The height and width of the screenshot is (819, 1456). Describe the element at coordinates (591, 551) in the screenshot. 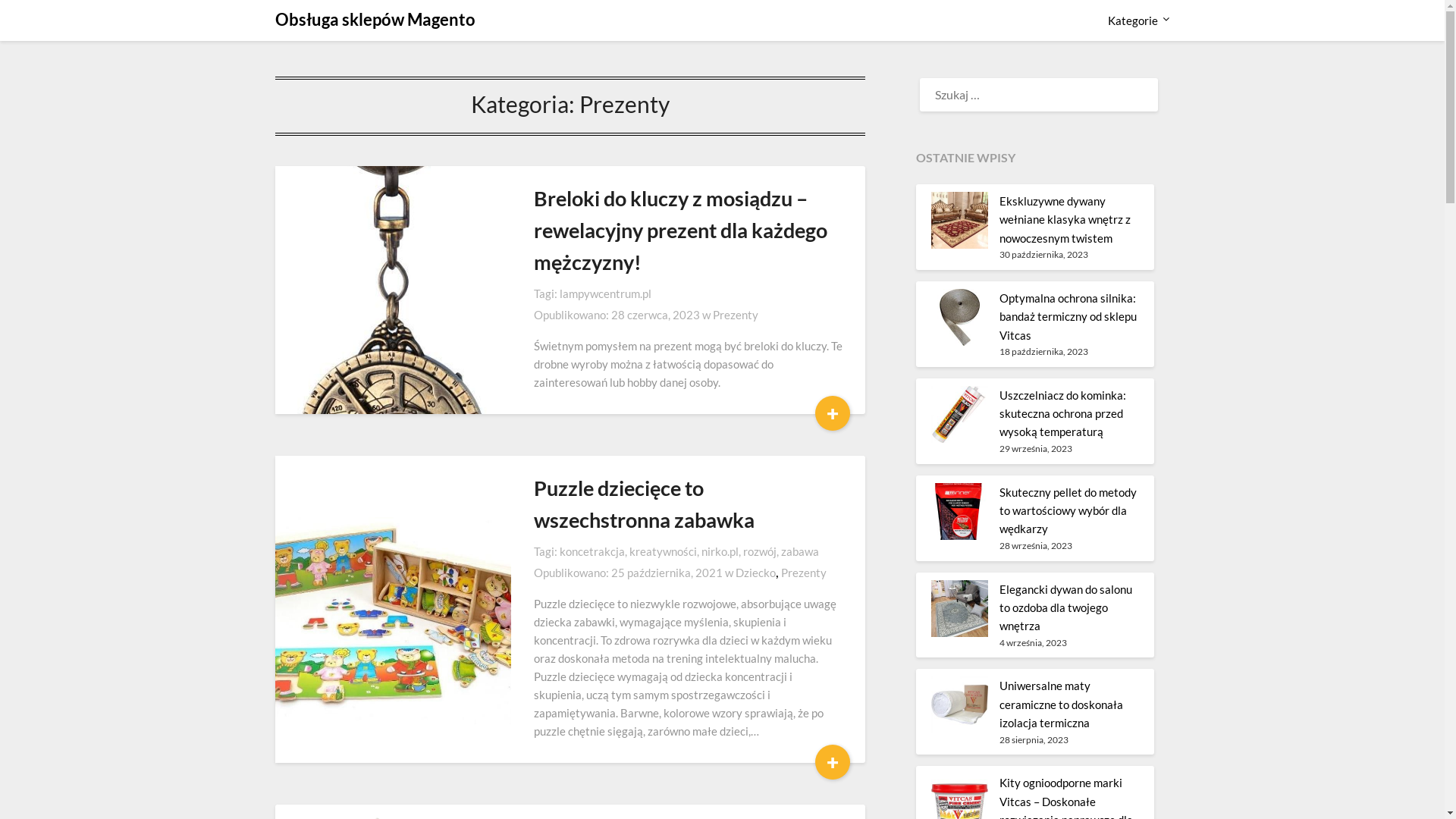

I see `'koncetrakcja'` at that location.